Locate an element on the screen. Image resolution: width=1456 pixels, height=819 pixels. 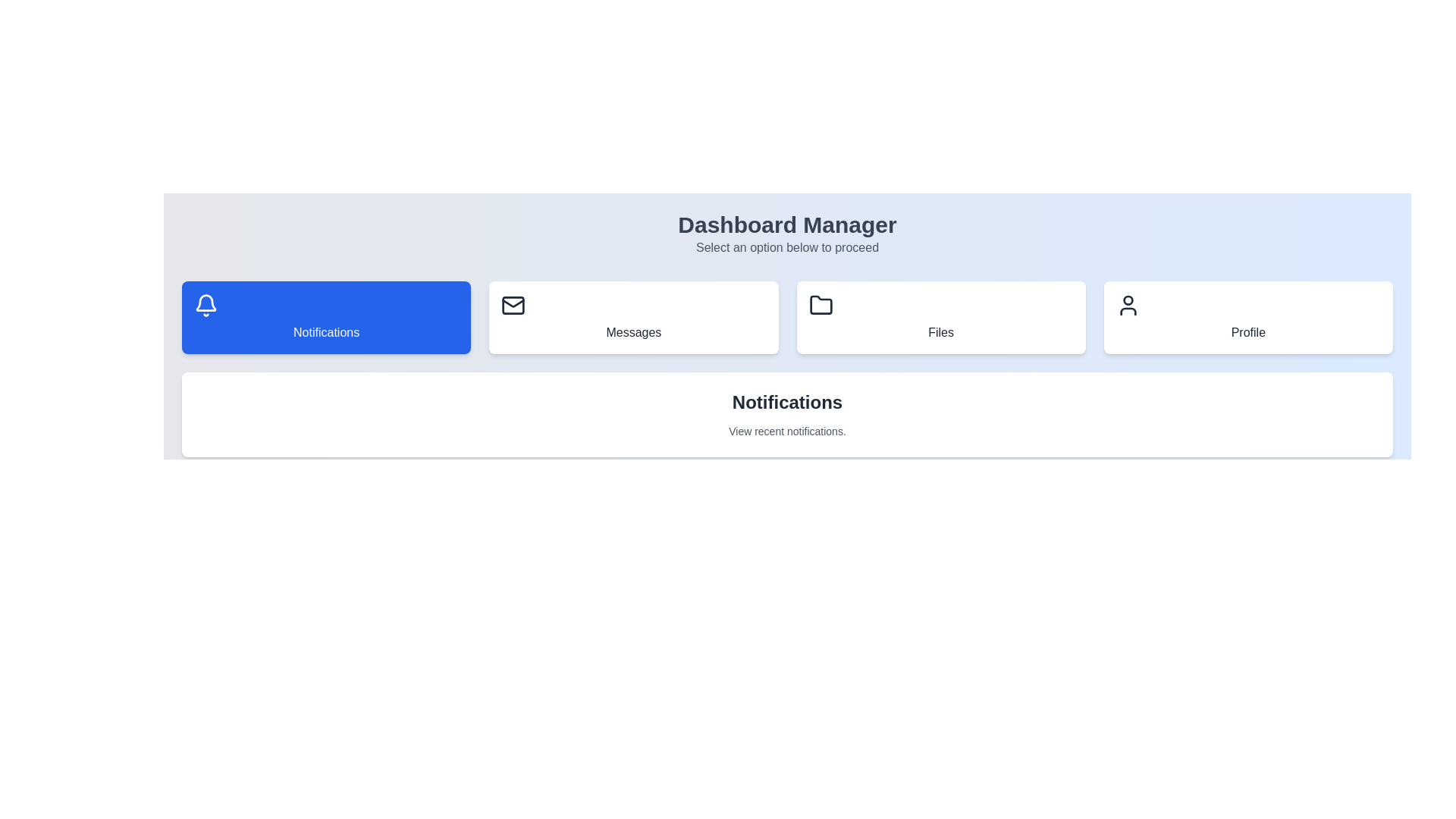
the profile navigation button located under the 'Dashboard Manager' title is located at coordinates (1248, 317).